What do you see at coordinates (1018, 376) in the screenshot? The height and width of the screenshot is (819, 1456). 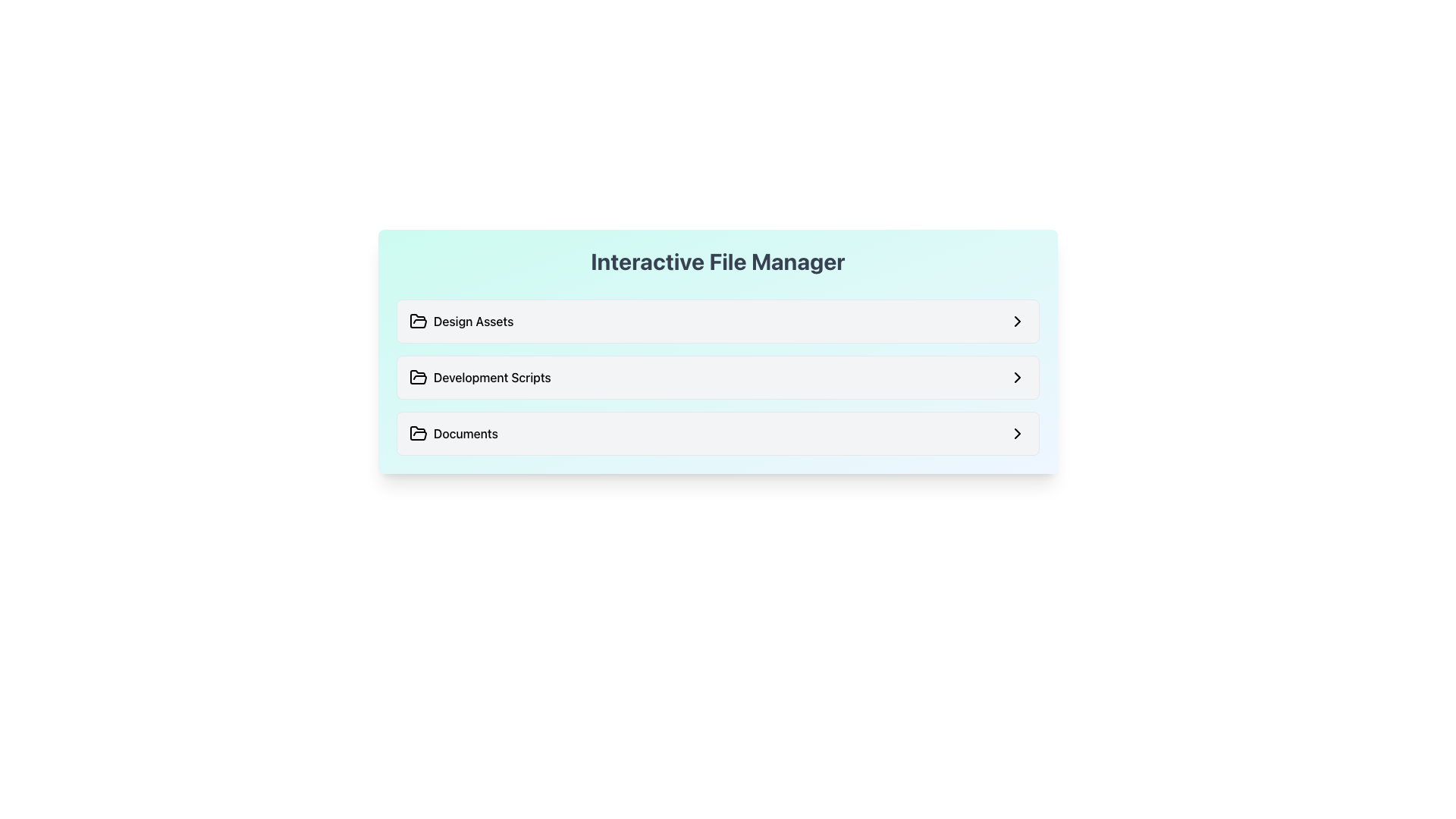 I see `the chevron icon located at the far right side of the 'Development Scripts' list item in the 'Interactive File Manager' interface` at bounding box center [1018, 376].